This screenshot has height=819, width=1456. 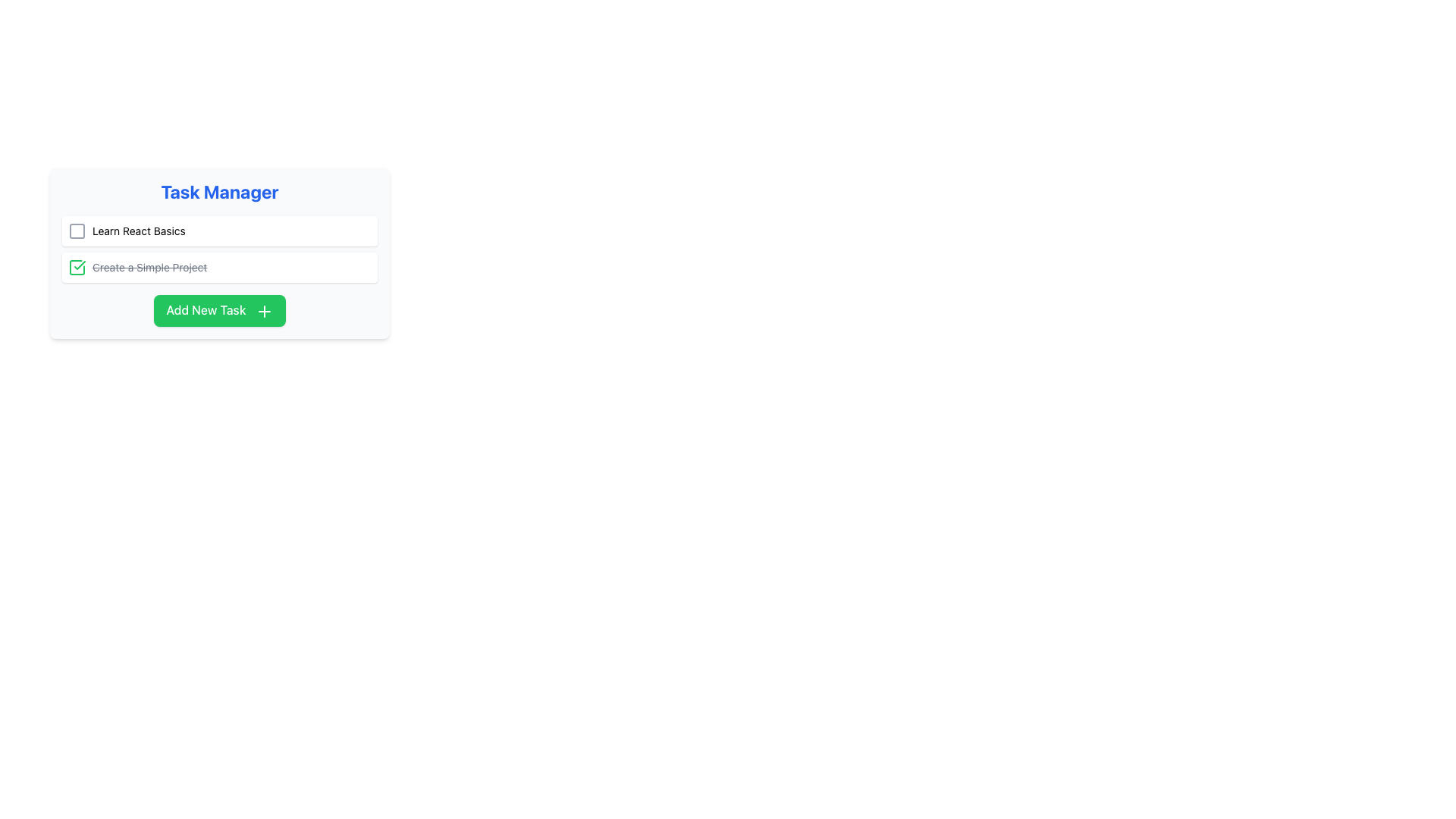 I want to click on the green checkbox icon to the left of the text 'Create a Simple Project' to update the task status, so click(x=137, y=267).